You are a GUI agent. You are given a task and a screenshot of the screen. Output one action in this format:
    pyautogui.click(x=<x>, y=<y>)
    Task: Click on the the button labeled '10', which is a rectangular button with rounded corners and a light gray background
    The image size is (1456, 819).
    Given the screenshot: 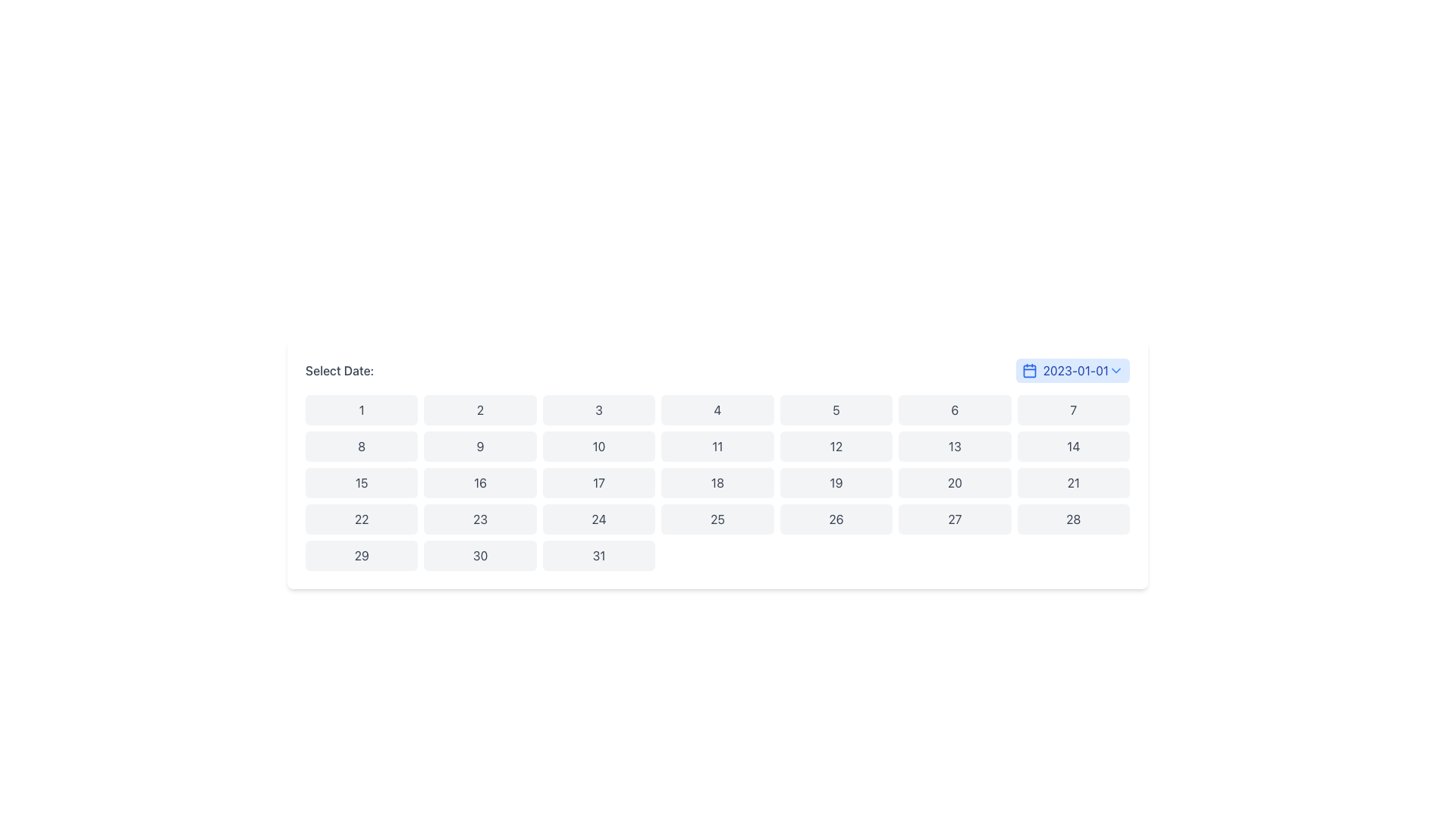 What is the action you would take?
    pyautogui.click(x=598, y=446)
    